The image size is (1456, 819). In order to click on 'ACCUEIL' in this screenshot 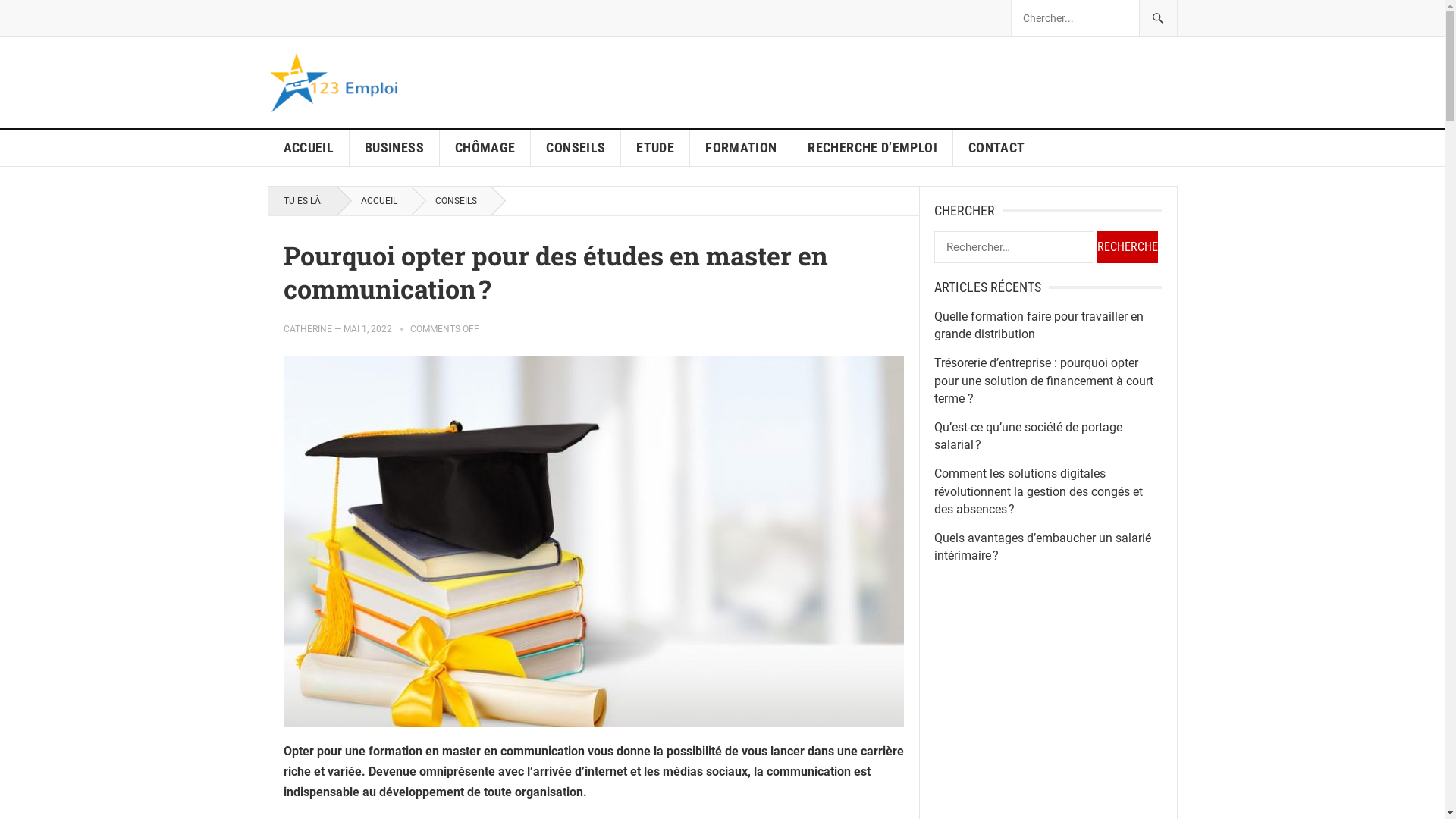, I will do `click(373, 200)`.